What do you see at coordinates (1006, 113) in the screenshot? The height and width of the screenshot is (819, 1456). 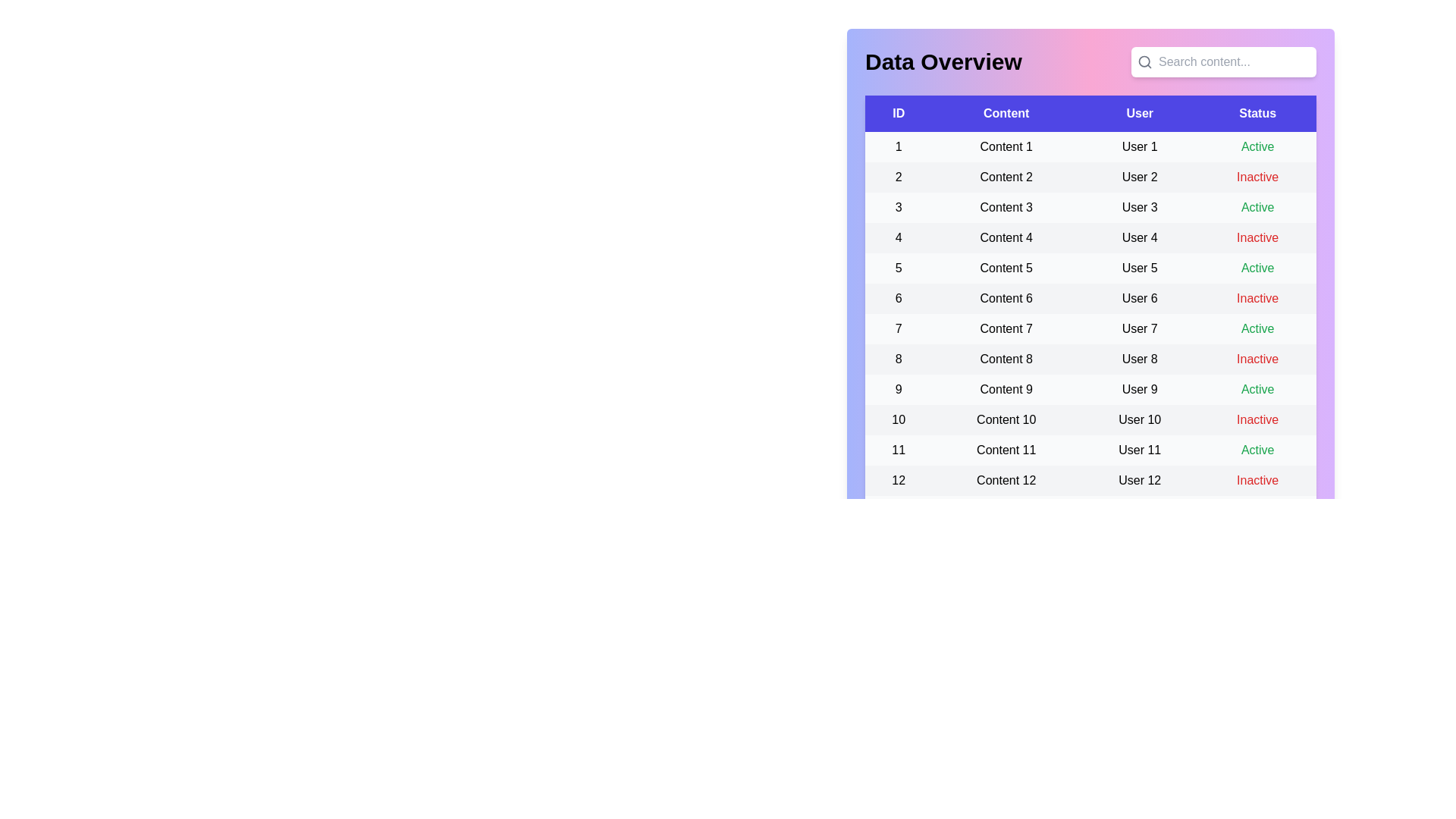 I see `the column header Content to sort the table by that column` at bounding box center [1006, 113].